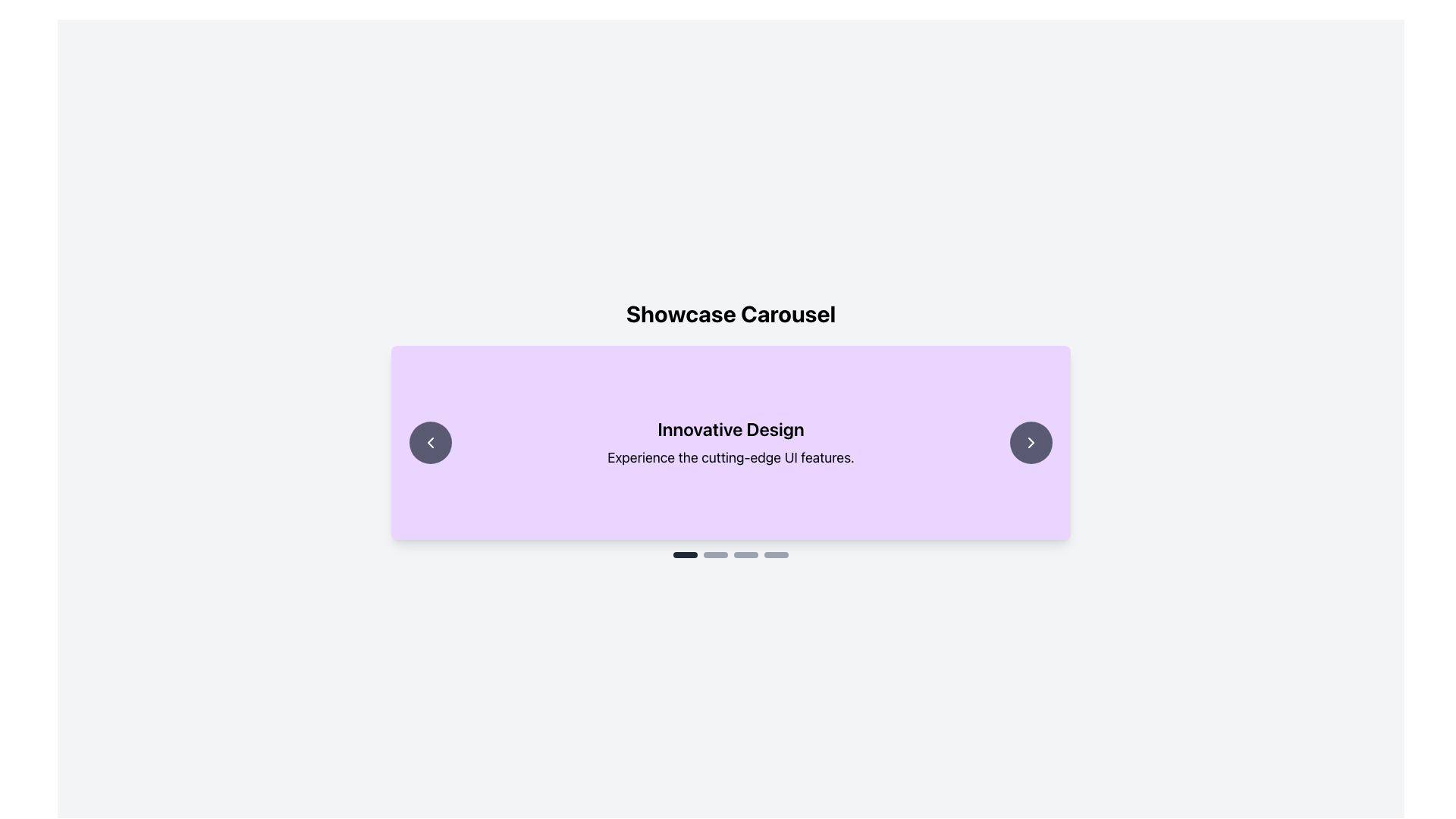 The height and width of the screenshot is (819, 1456). Describe the element at coordinates (684, 555) in the screenshot. I see `the first horizontal pill indicator with a dark gray background located at the bottom of the carousel section` at that location.